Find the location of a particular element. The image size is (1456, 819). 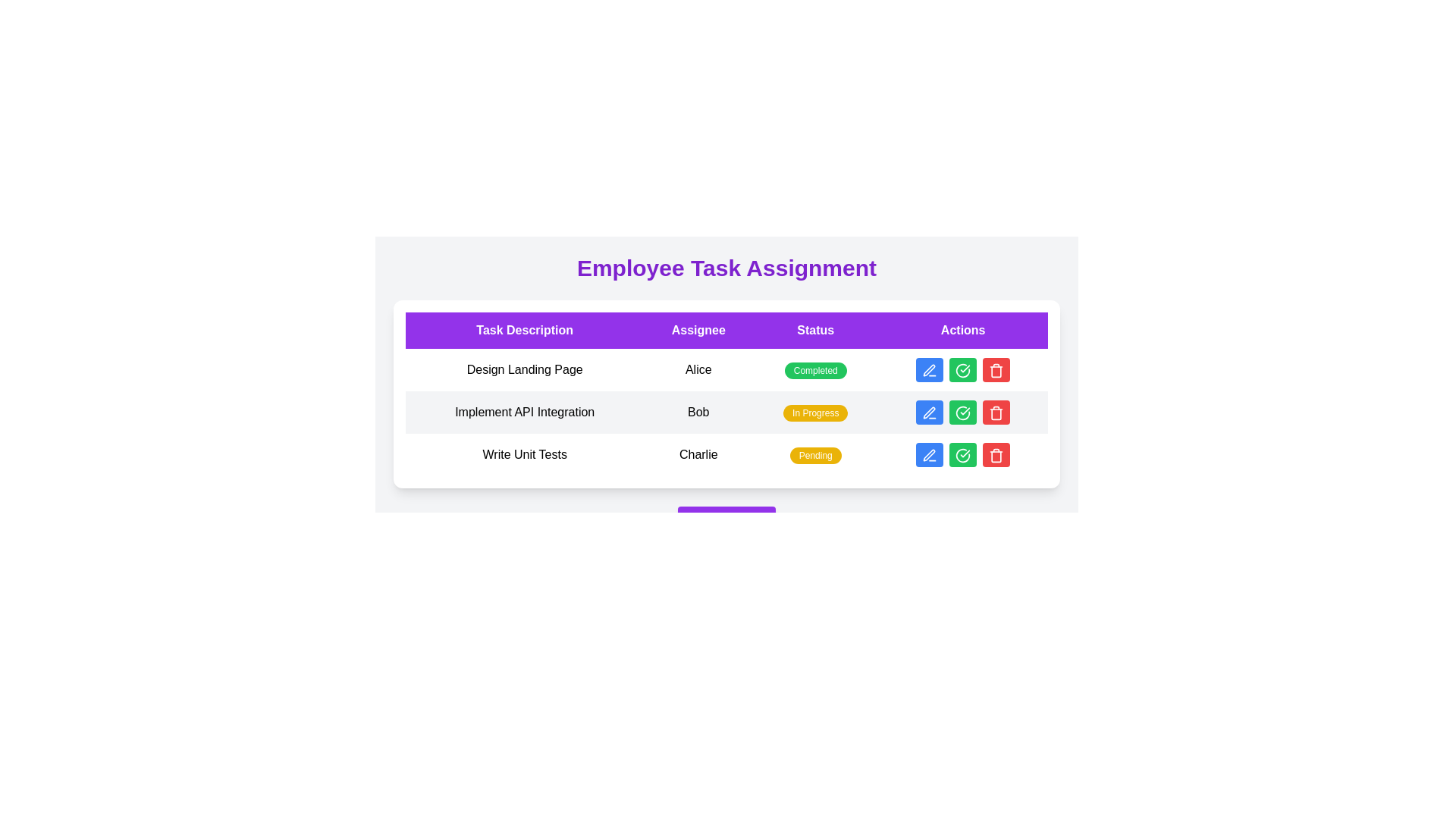

the 'Actions' text label, which is the last column header in the table layout, positioned at the top right with centered white text on a purple background is located at coordinates (962, 329).